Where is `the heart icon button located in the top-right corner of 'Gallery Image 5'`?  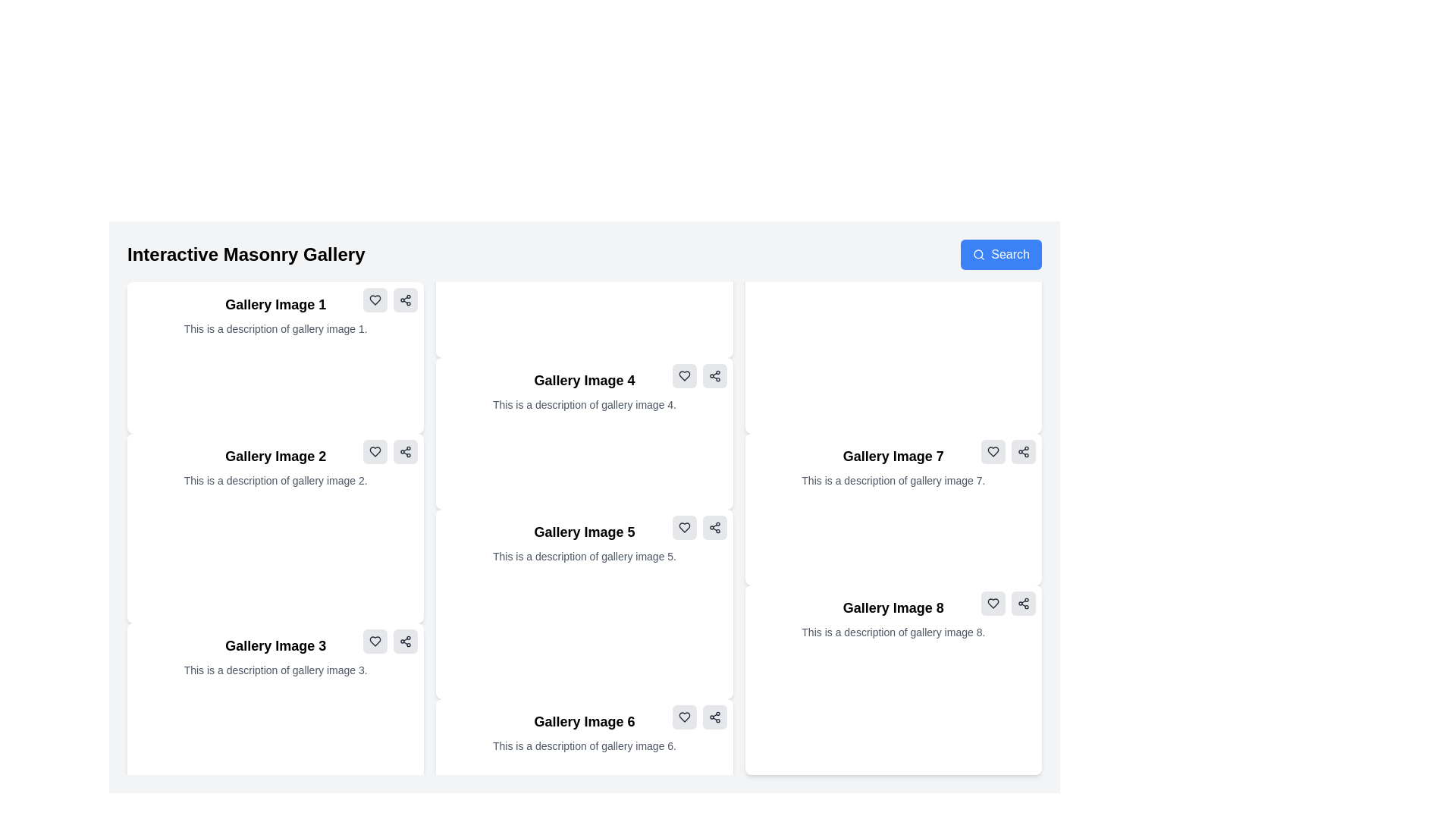 the heart icon button located in the top-right corner of 'Gallery Image 5' is located at coordinates (683, 526).